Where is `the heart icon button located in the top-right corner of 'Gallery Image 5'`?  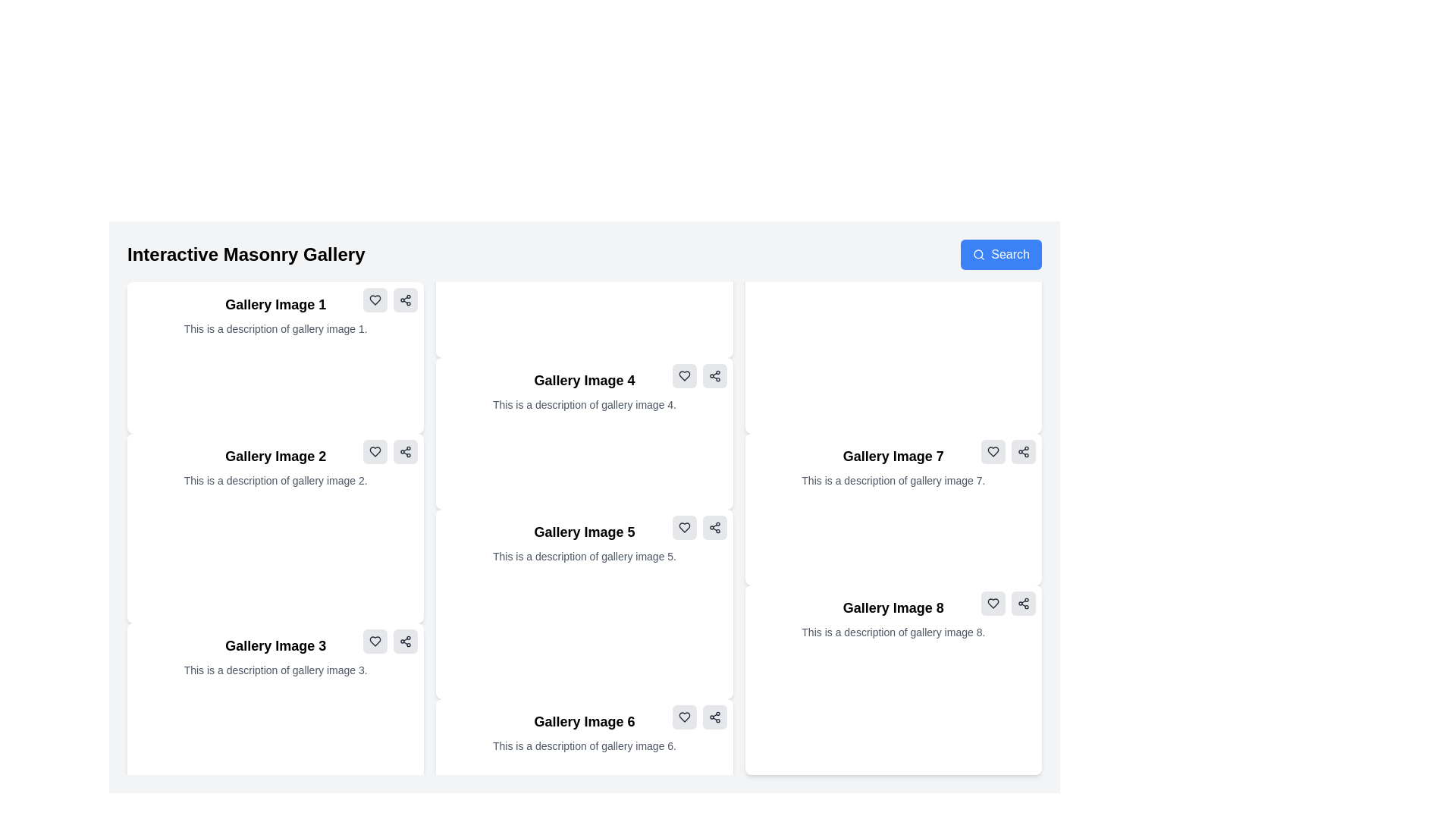 the heart icon button located in the top-right corner of 'Gallery Image 5' is located at coordinates (683, 526).